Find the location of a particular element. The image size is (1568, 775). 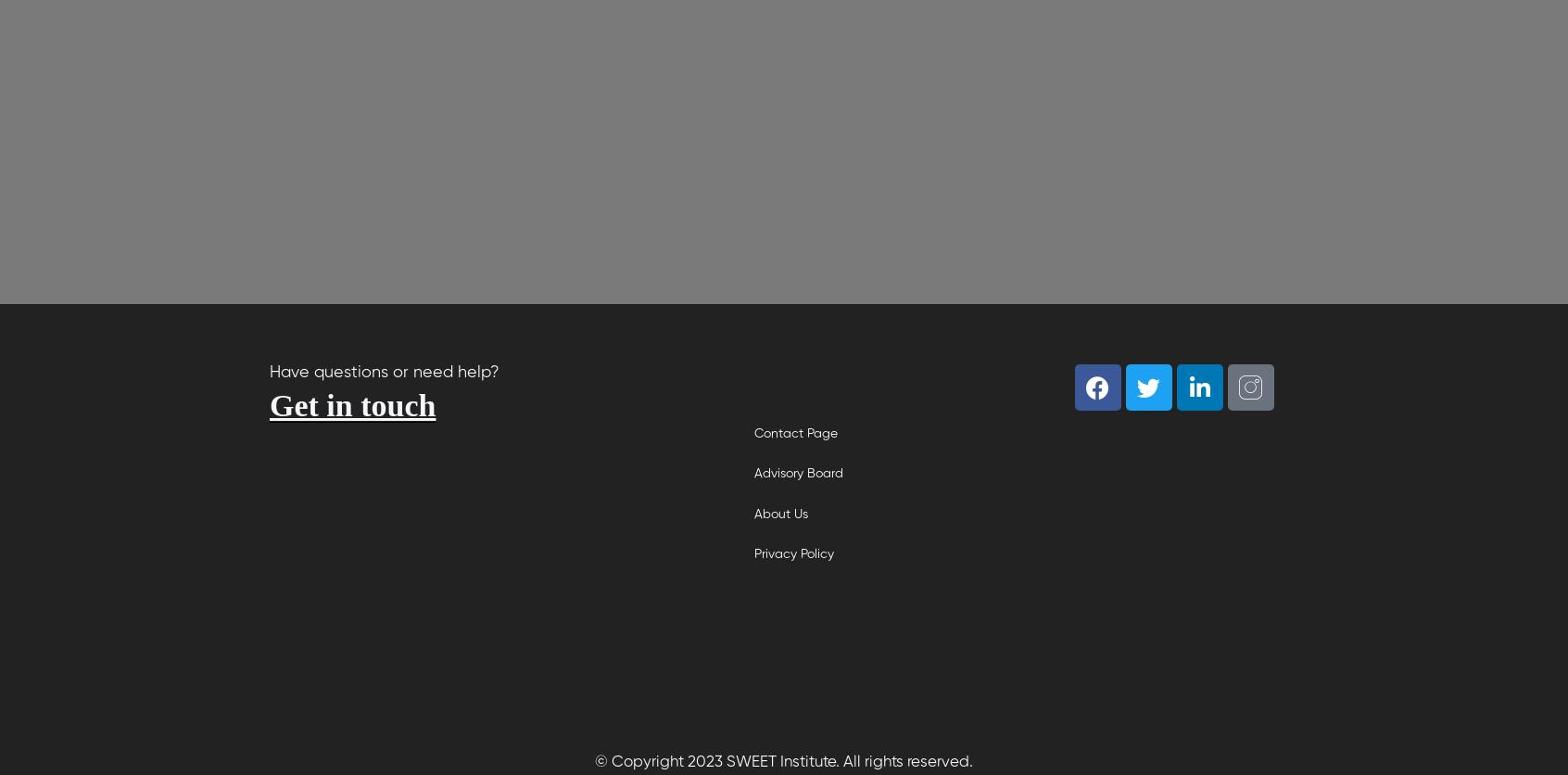

'Saturday & Sunday: Closed' is located at coordinates (406, 690).